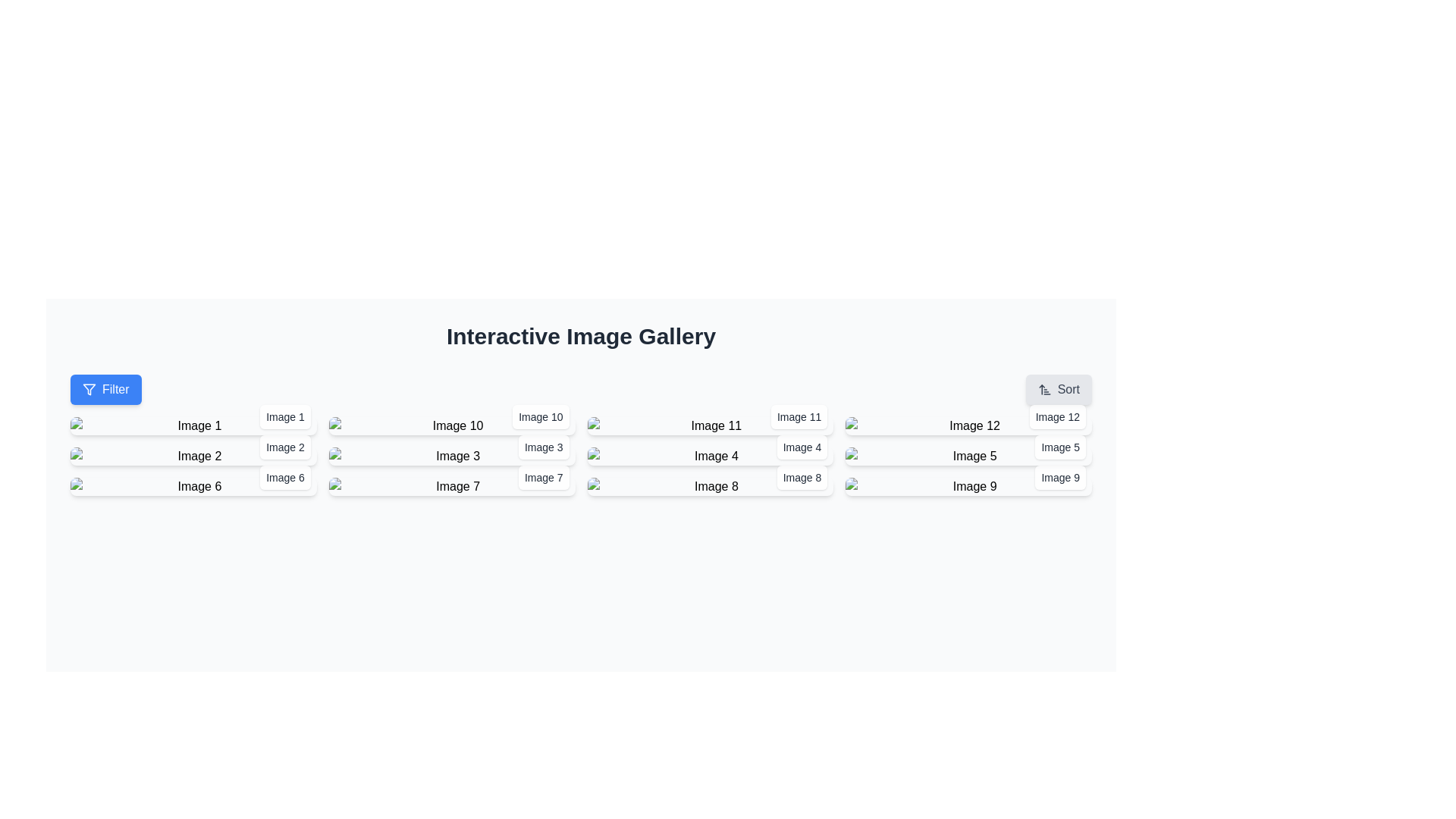 The image size is (1456, 819). Describe the element at coordinates (801, 476) in the screenshot. I see `the textual label displaying 'Image 8' in a small gray font, located within a white rounded rectangle in the bottom right corner of the interactive gallery` at that location.